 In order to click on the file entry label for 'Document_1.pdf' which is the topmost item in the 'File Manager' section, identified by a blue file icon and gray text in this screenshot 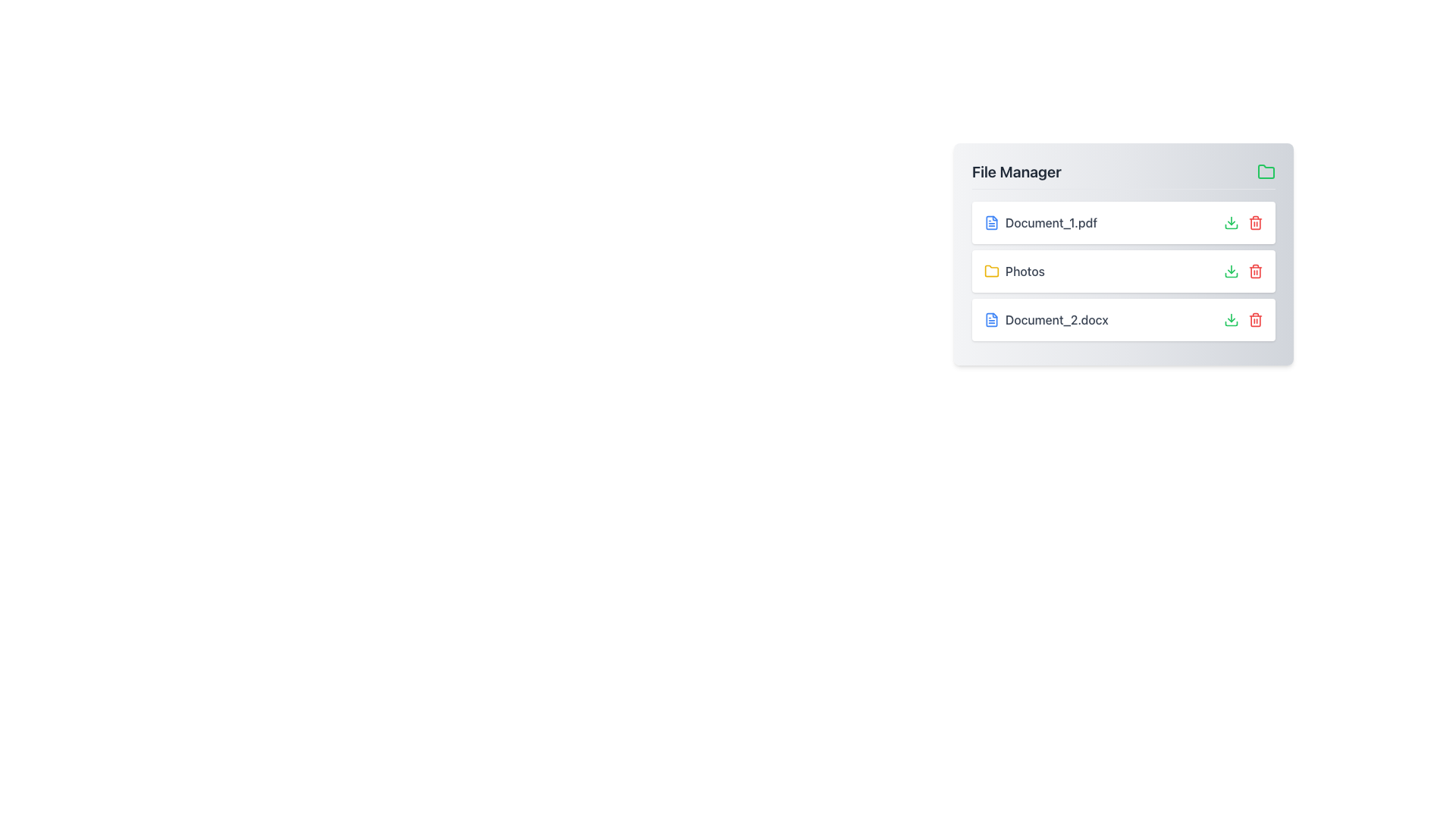, I will do `click(1040, 222)`.